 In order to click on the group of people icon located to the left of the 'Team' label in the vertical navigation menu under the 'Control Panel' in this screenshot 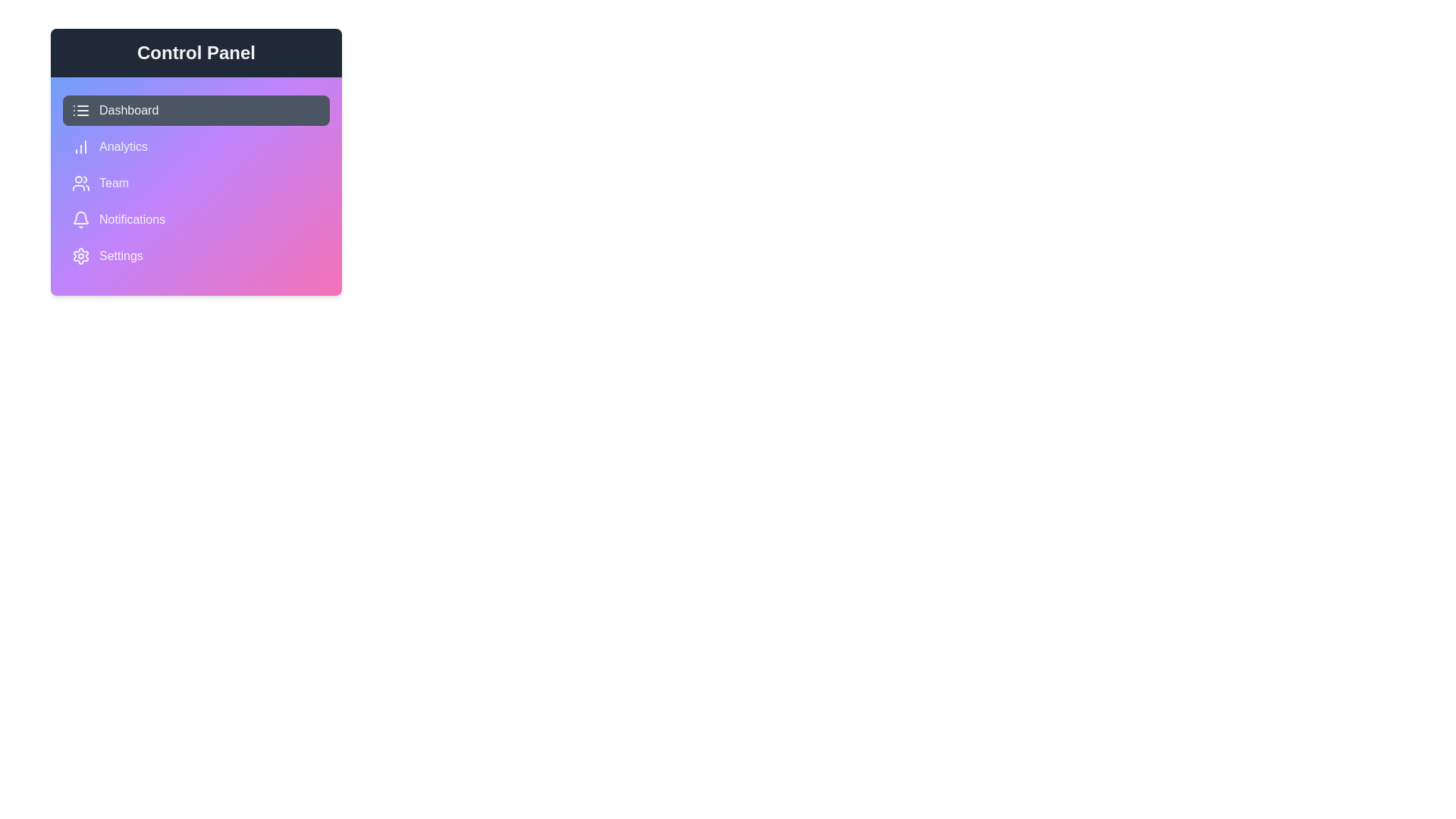, I will do `click(80, 183)`.